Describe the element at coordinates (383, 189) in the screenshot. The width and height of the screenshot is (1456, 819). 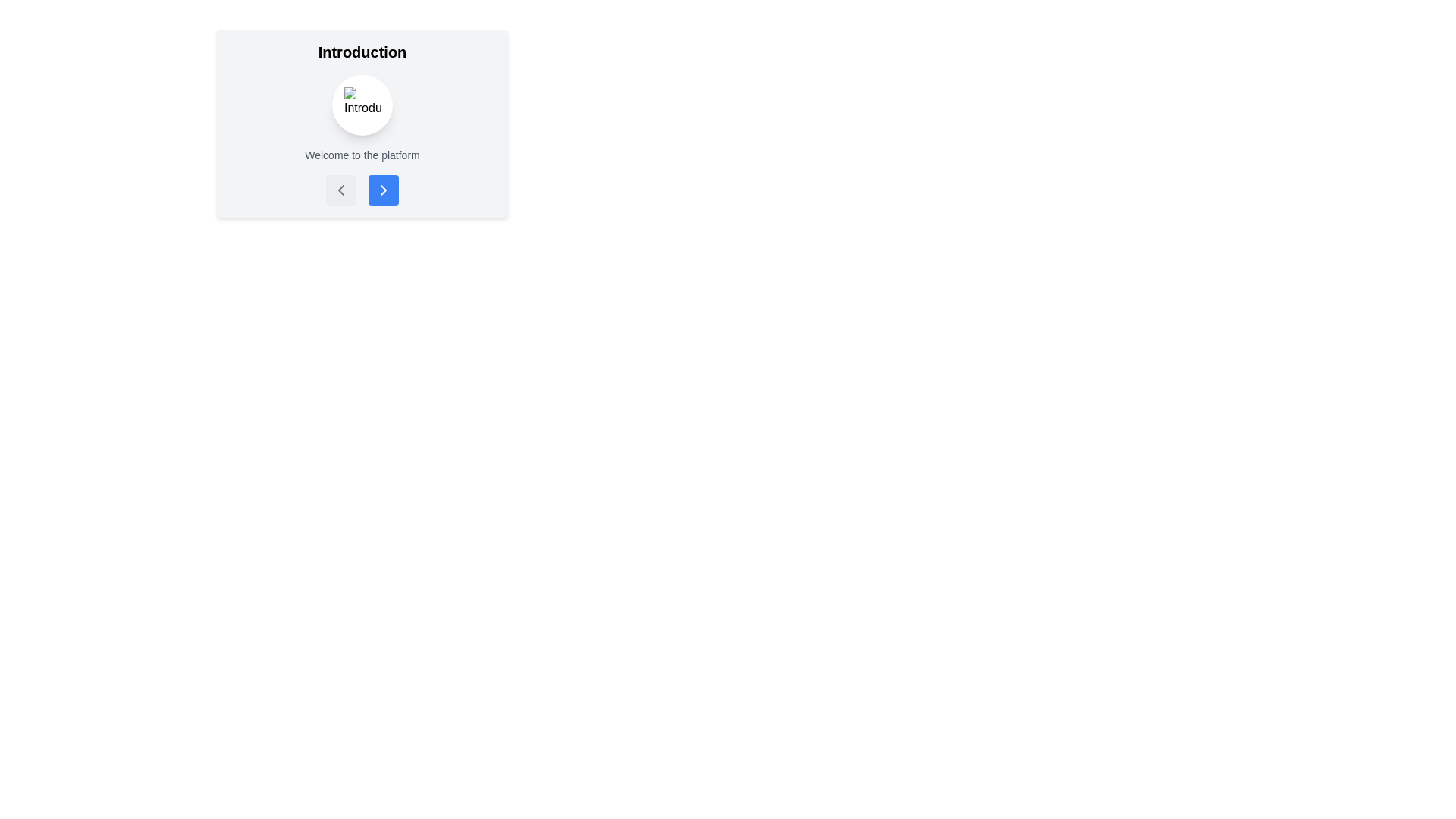
I see `the navigation button located at the rightmost end of the button group below the 'Introduction' title` at that location.